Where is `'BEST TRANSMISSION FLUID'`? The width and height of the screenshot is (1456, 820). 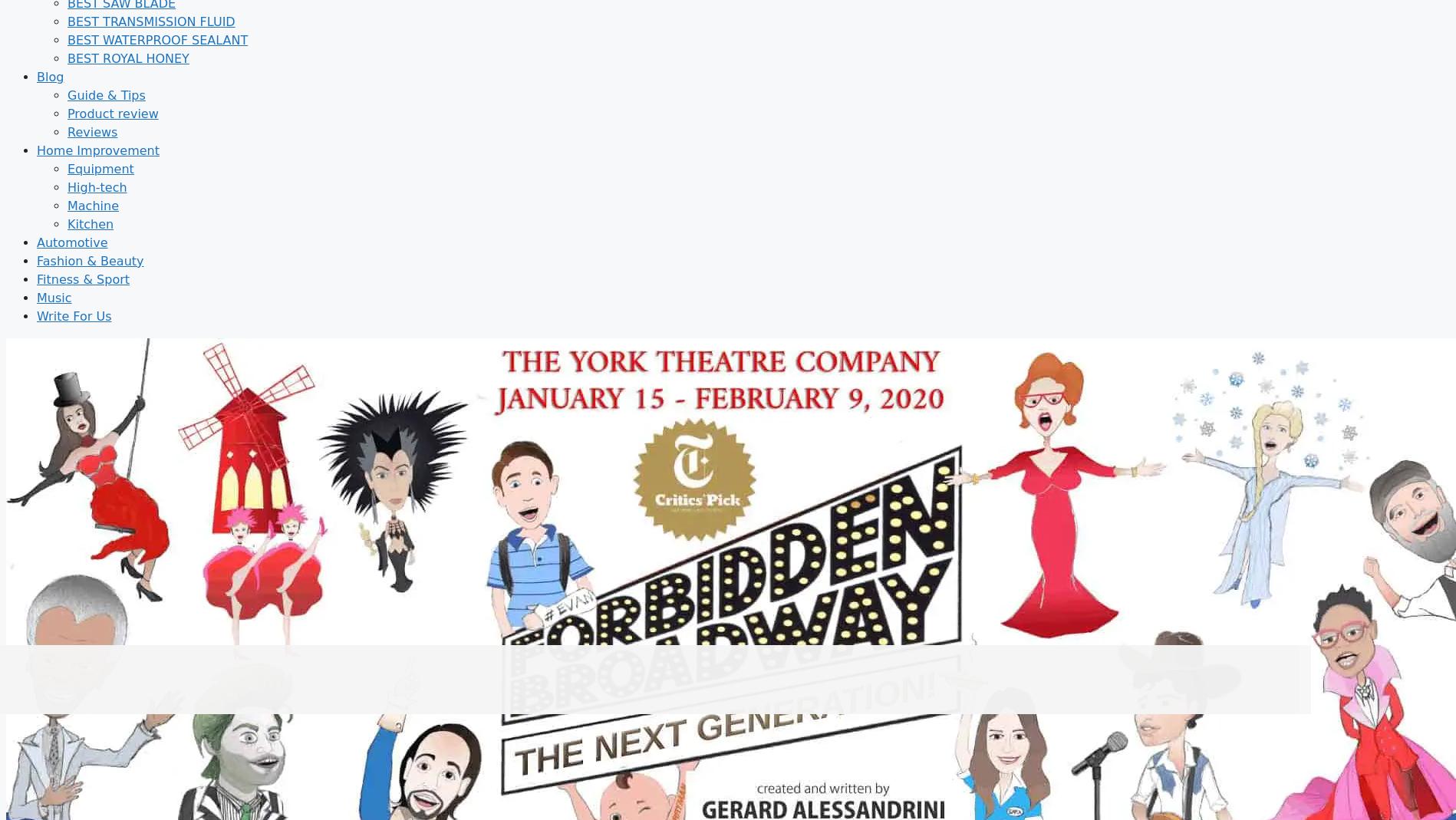
'BEST TRANSMISSION FLUID' is located at coordinates (150, 20).